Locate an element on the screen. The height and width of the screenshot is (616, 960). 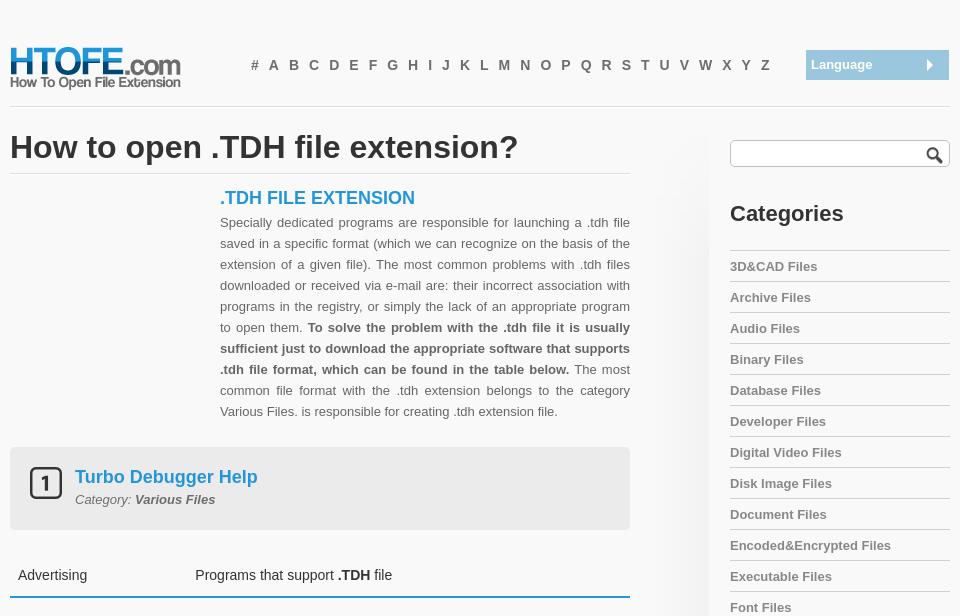
'Various Files' is located at coordinates (133, 498).